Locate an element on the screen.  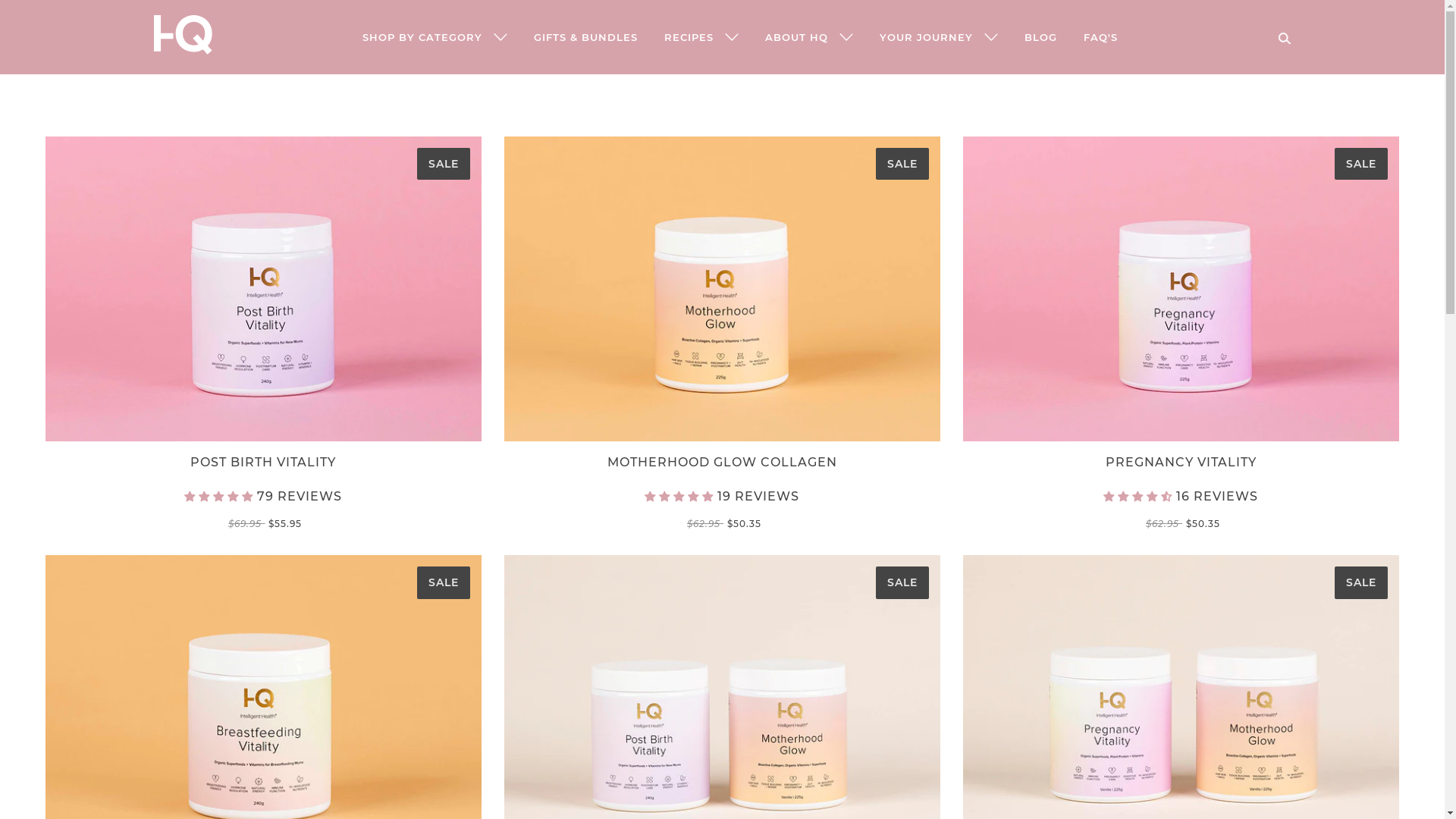
'SHOP BY CATEGORY' is located at coordinates (349, 36).